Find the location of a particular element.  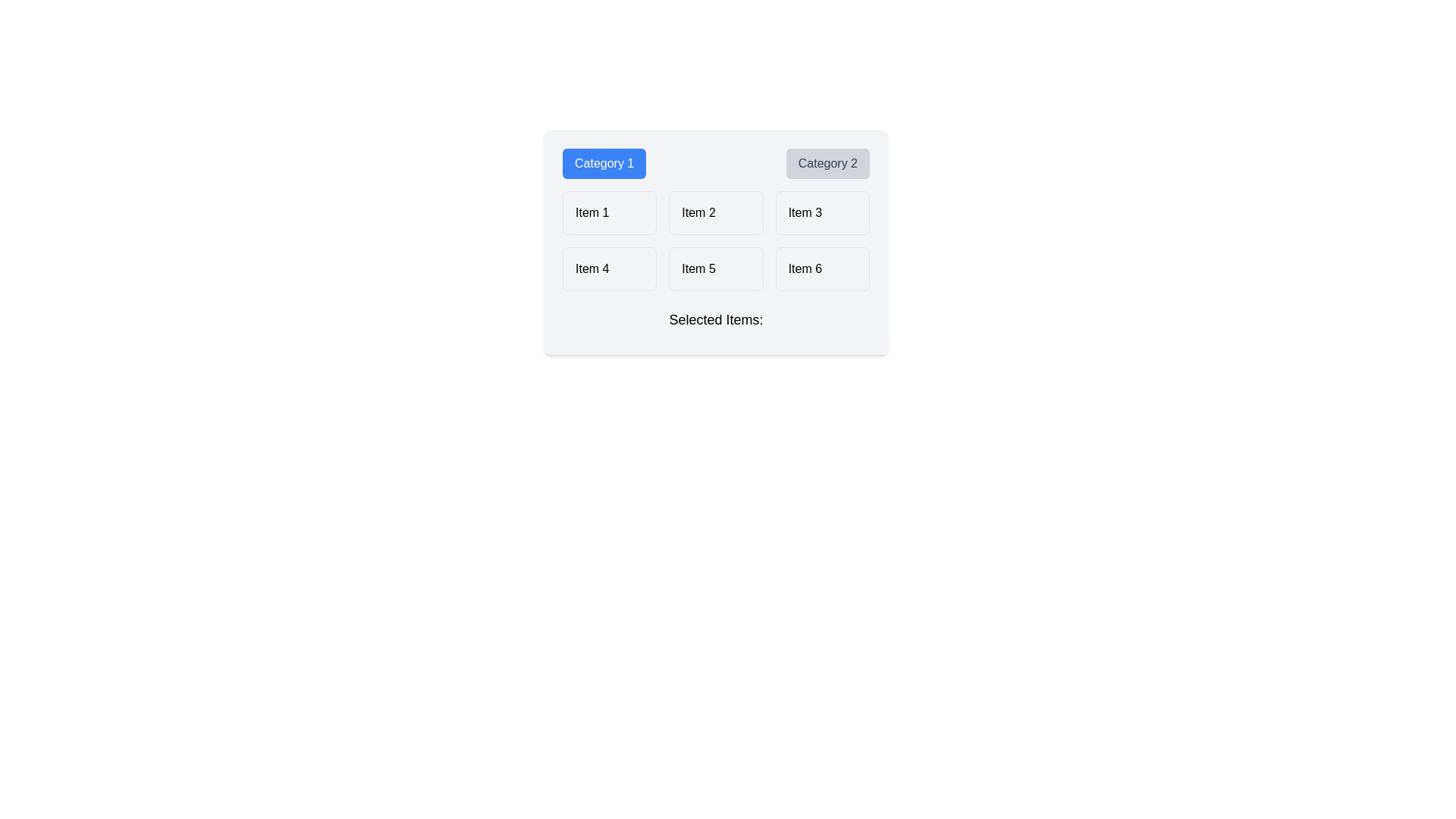

the selectable text label 'Item 4' located in the second row under 'Category 1' to trigger a state change is located at coordinates (591, 268).